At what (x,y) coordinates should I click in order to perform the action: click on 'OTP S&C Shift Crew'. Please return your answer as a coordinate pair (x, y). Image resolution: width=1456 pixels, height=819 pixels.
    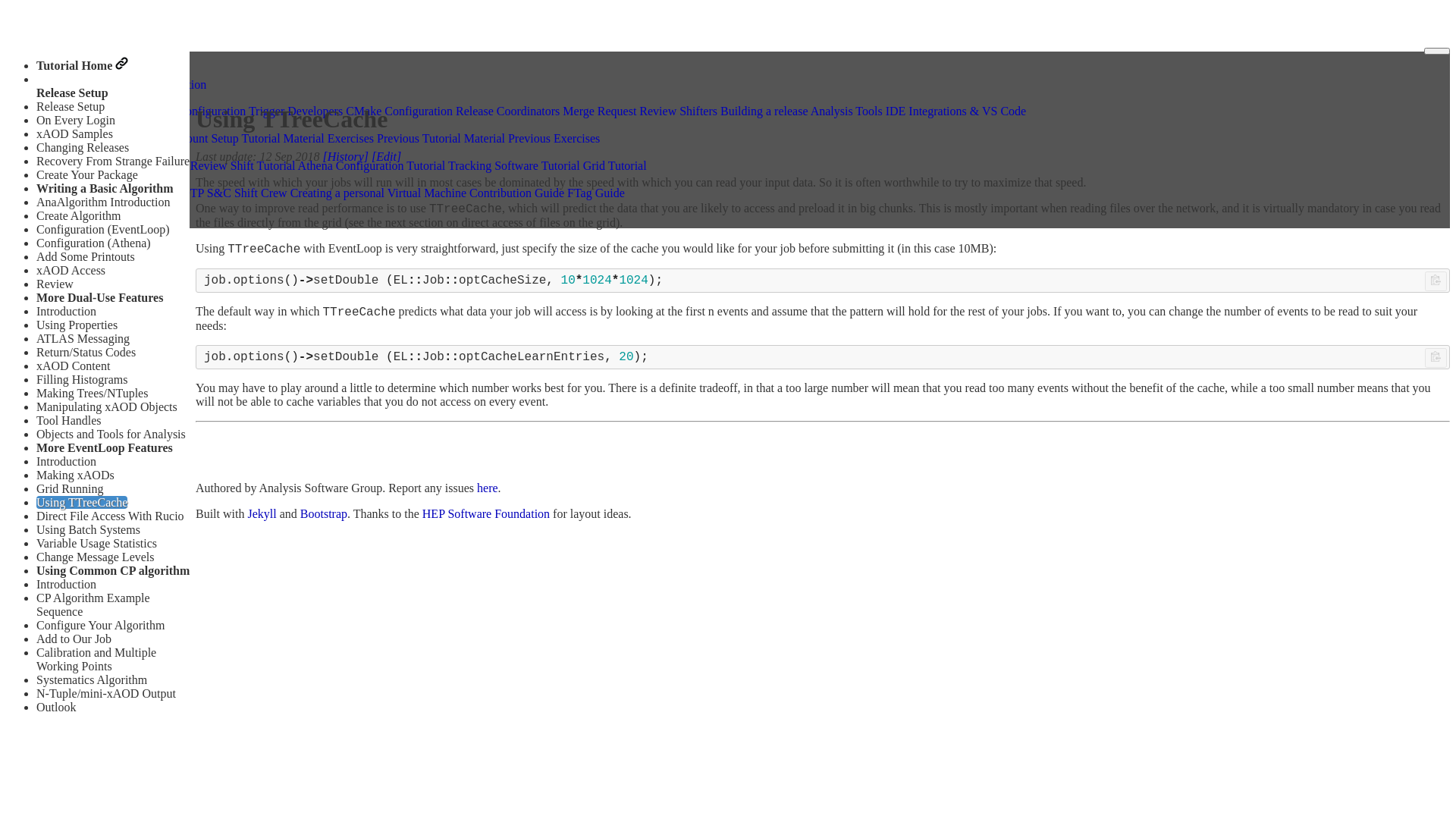
    Looking at the image, I should click on (233, 192).